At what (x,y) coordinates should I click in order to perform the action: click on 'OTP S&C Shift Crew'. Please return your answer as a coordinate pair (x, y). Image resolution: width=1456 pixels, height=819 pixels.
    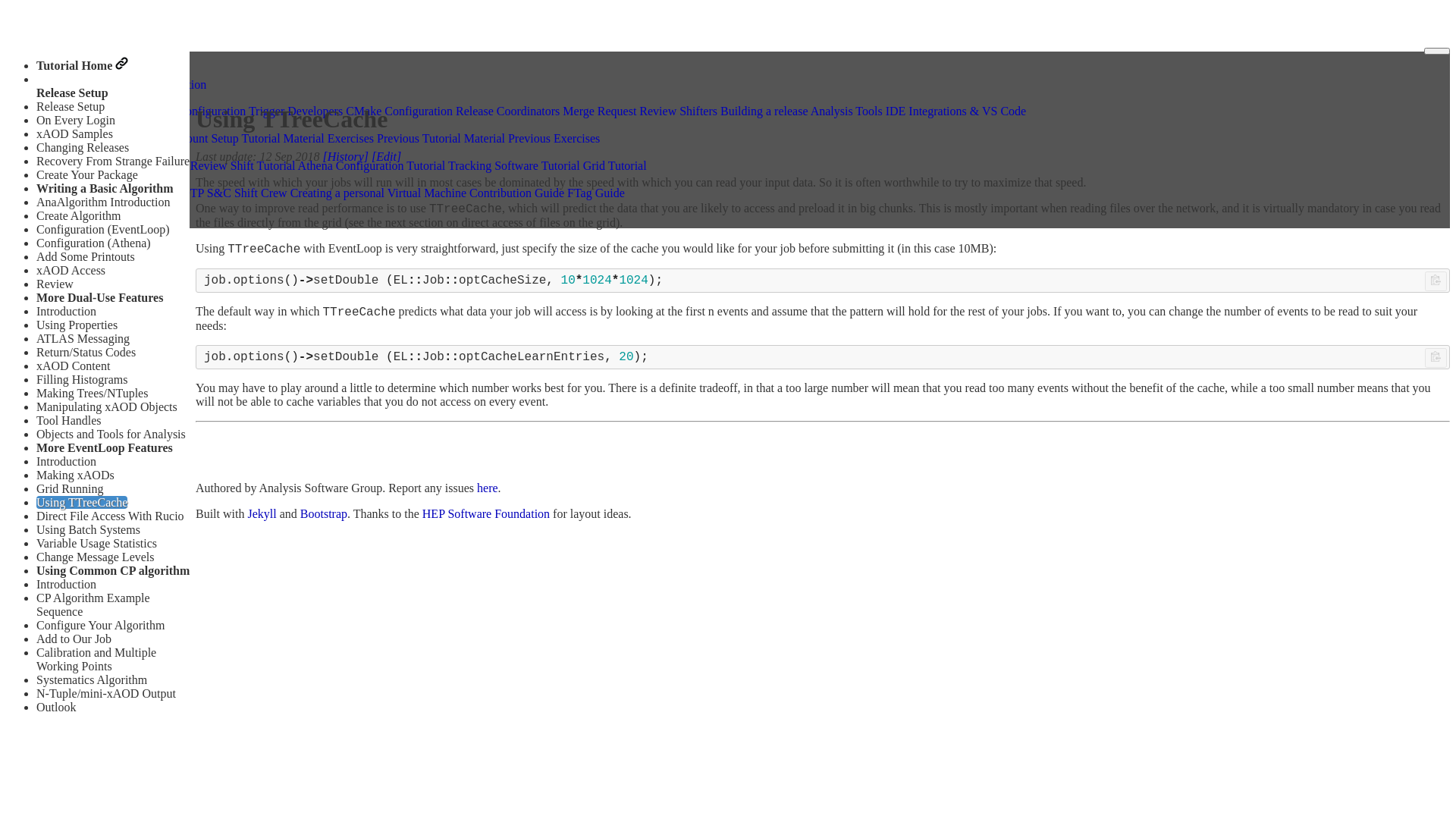
    Looking at the image, I should click on (233, 192).